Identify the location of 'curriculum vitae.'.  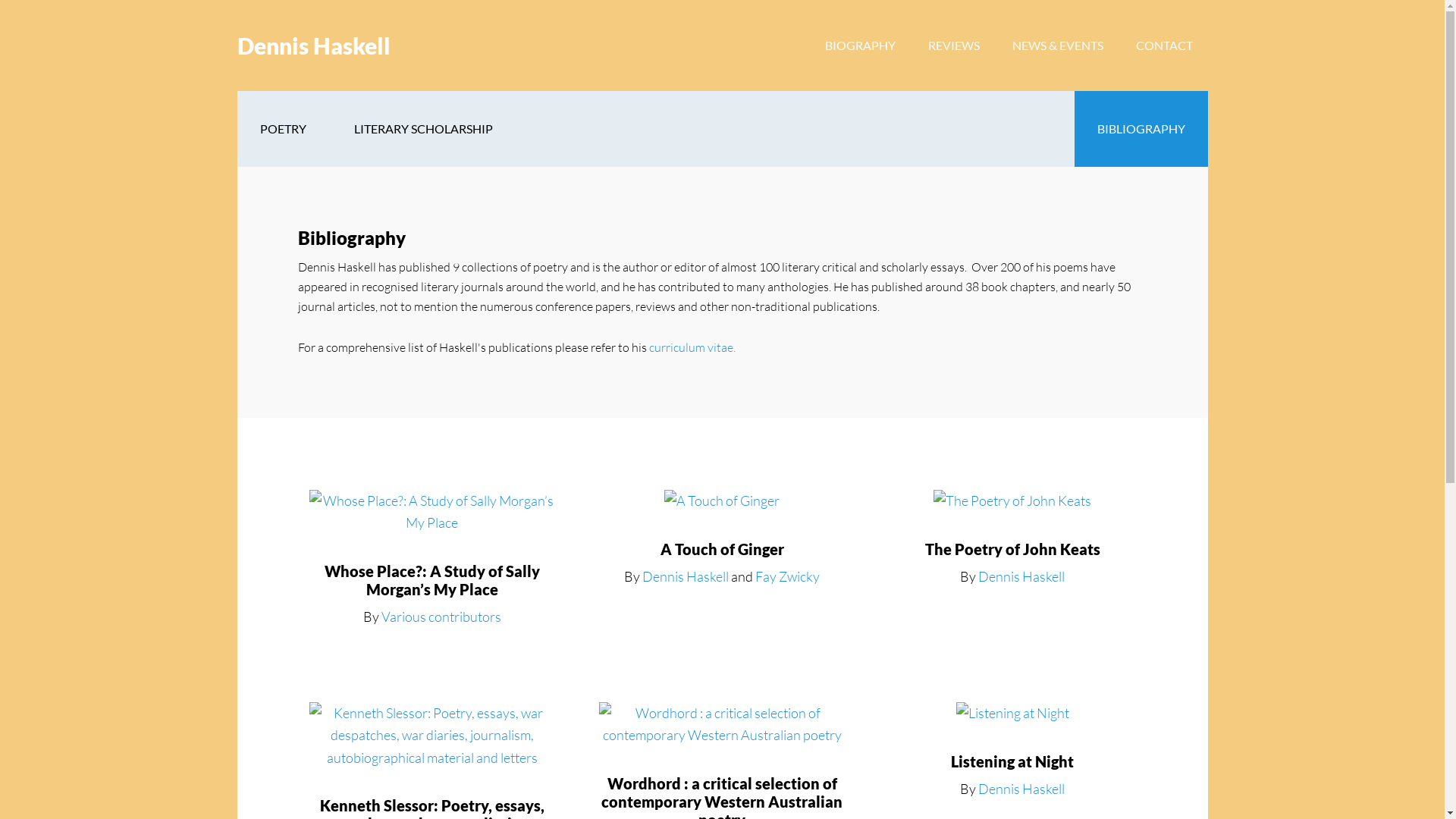
(691, 347).